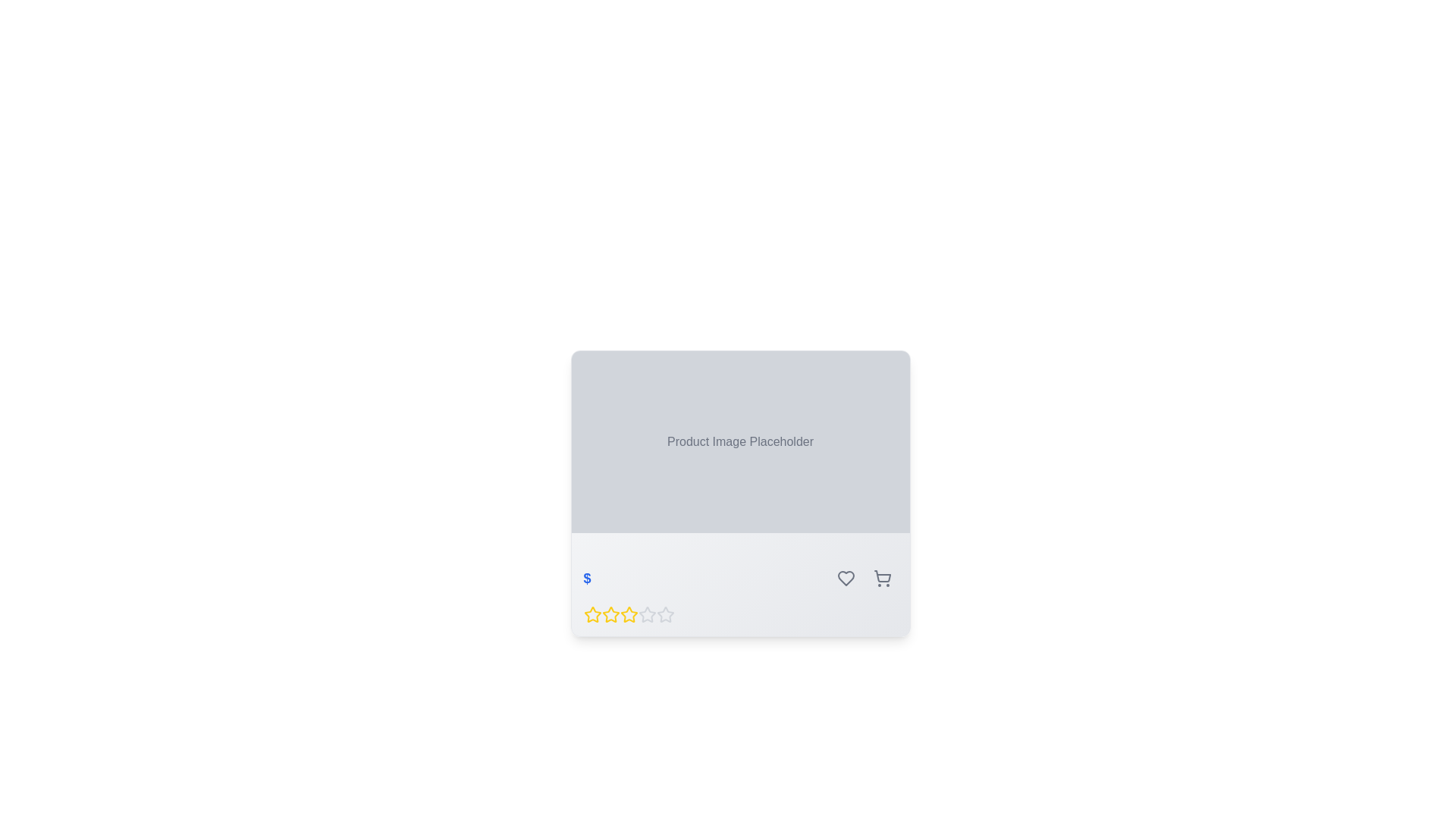 This screenshot has height=819, width=1456. Describe the element at coordinates (845, 579) in the screenshot. I see `the 'like' or 'favorite' icon located in the bottom-right corner of the card interface to interact with the associated item` at that location.